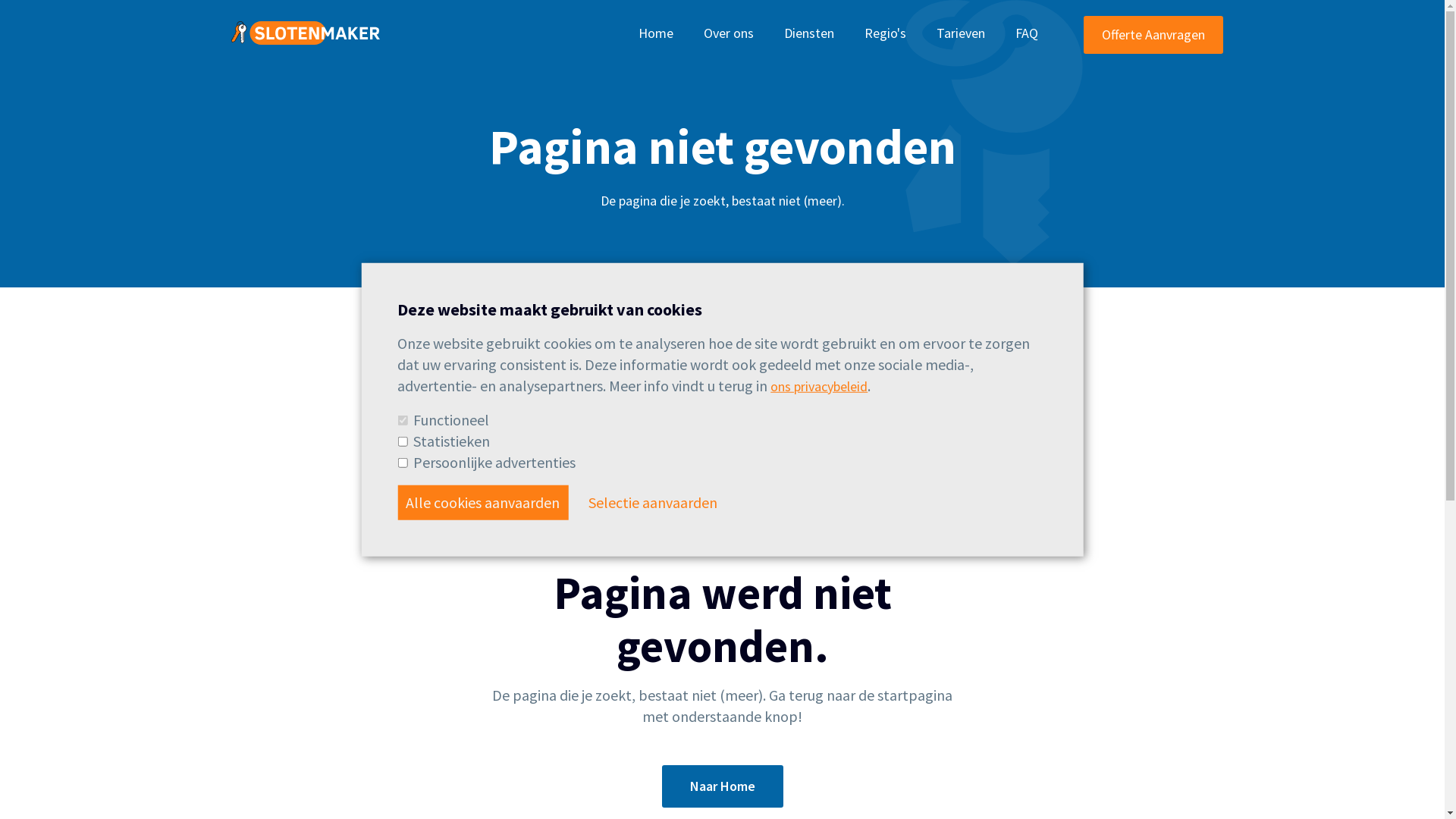  I want to click on 'Regio's', so click(885, 33).